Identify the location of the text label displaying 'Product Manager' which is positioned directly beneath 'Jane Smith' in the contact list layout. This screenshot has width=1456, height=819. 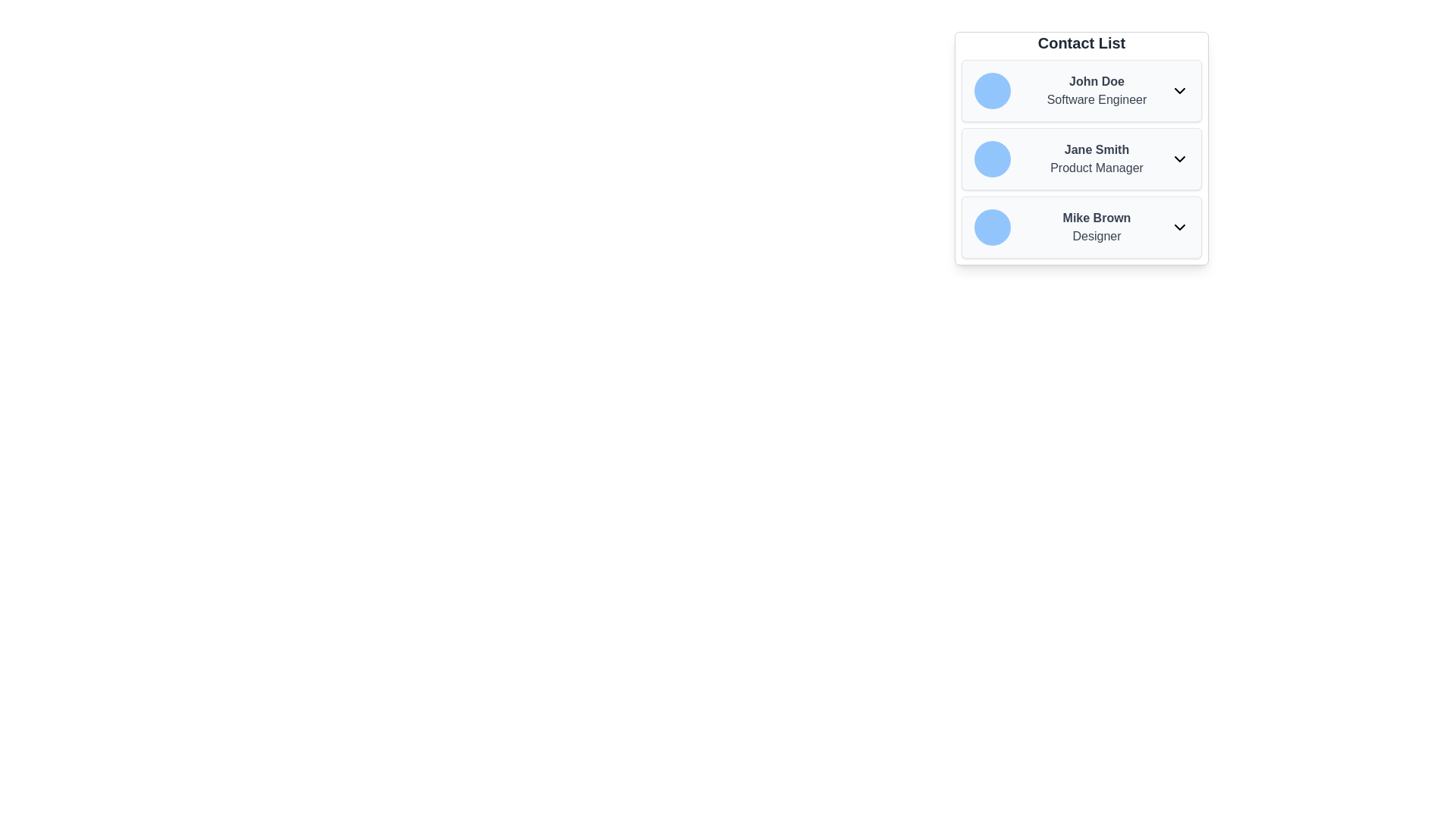
(1097, 168).